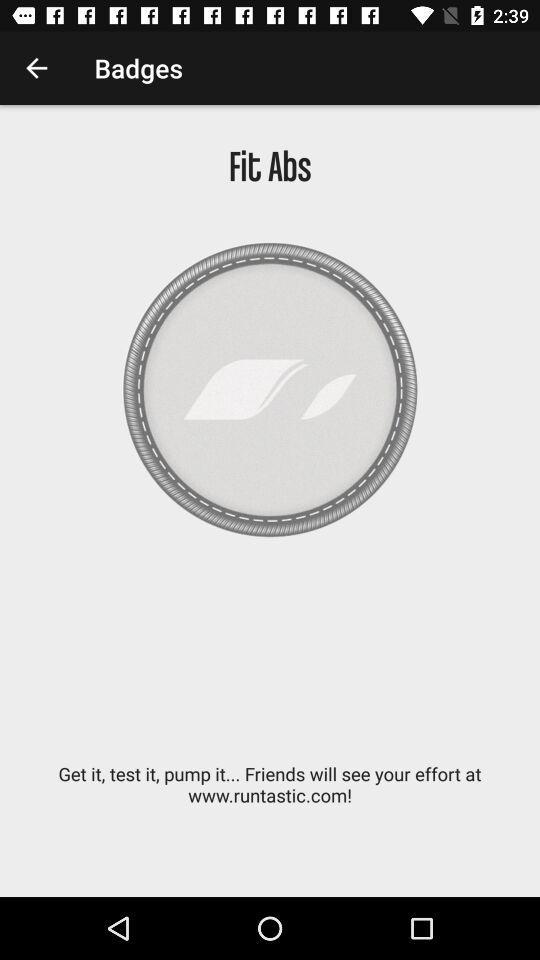 The image size is (540, 960). What do you see at coordinates (36, 68) in the screenshot?
I see `the icon to the left of badges icon` at bounding box center [36, 68].